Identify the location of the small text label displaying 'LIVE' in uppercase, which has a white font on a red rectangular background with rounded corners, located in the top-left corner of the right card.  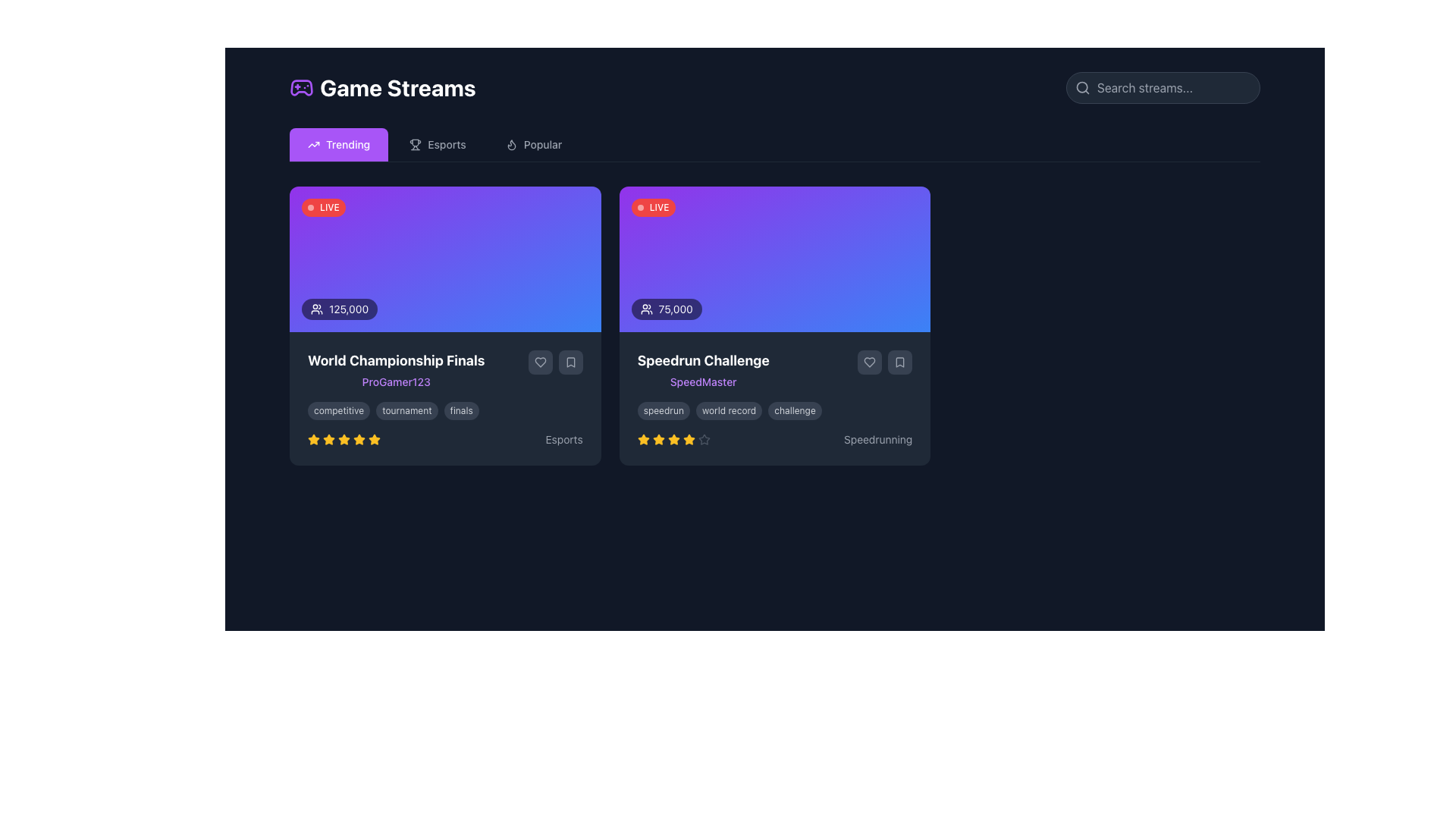
(659, 207).